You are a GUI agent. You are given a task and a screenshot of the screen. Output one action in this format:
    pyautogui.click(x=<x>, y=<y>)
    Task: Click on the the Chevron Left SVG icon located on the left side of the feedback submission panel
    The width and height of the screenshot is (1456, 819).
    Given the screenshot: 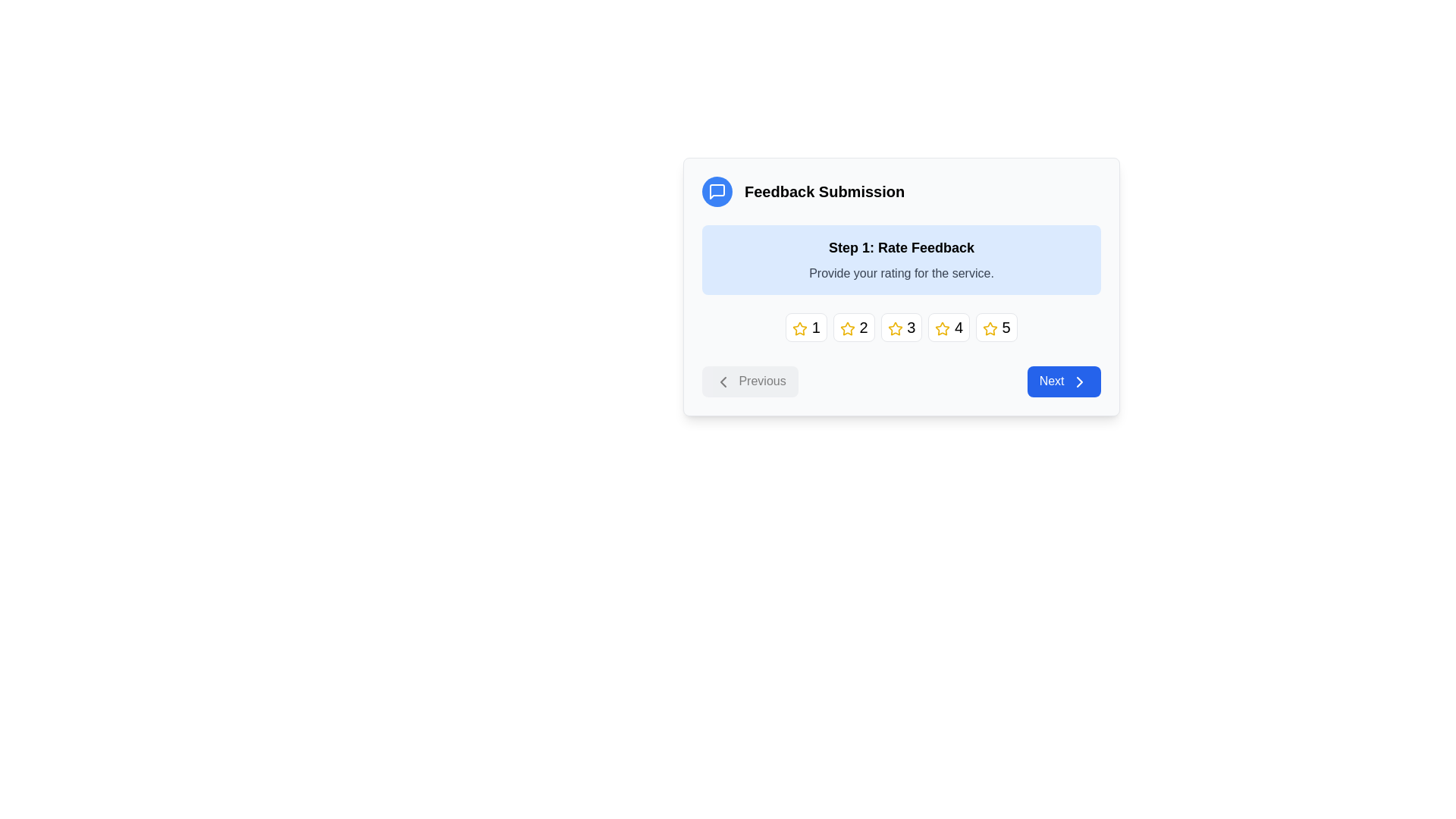 What is the action you would take?
    pyautogui.click(x=723, y=380)
    